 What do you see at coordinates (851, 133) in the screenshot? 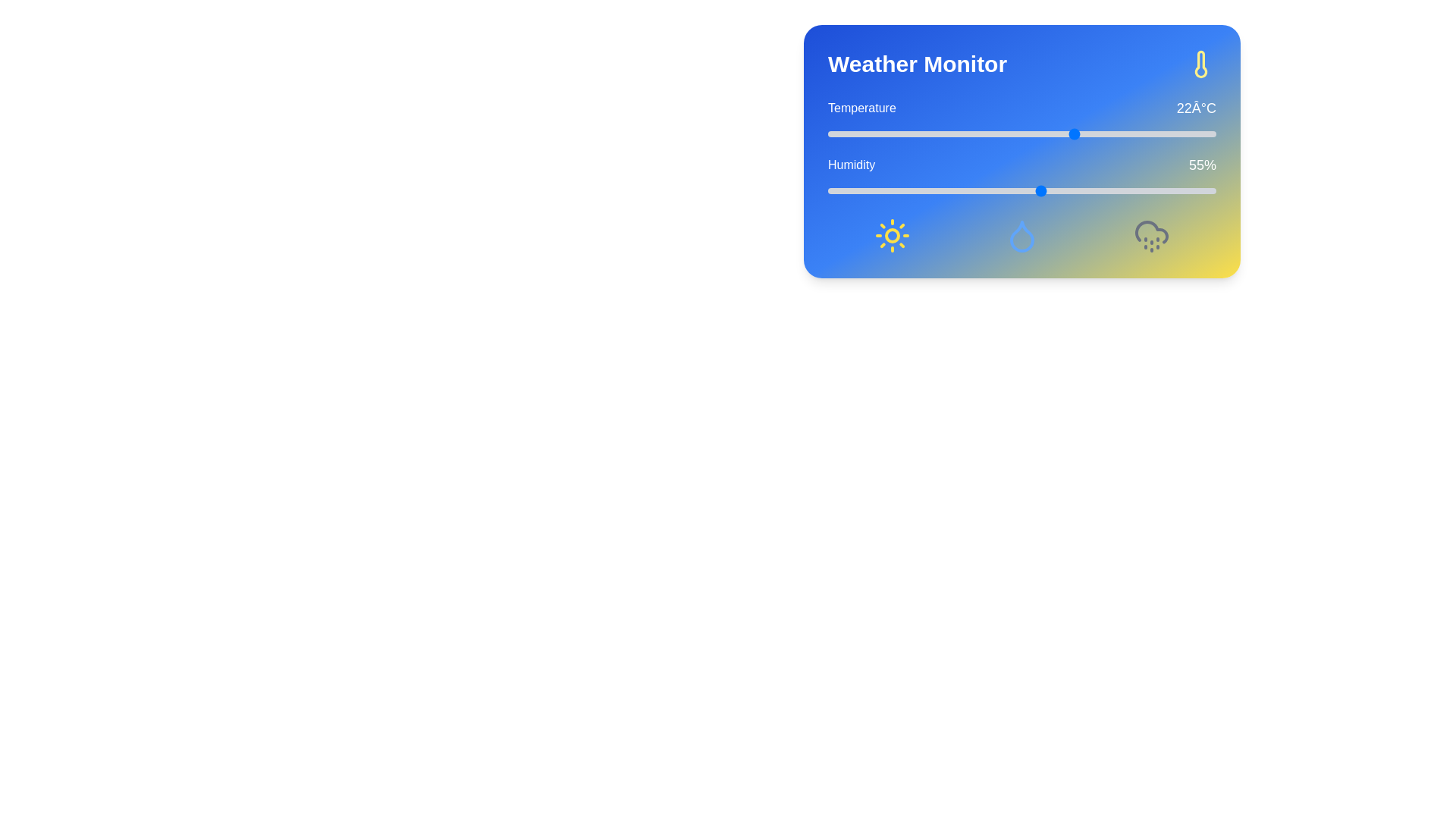
I see `the temperature slider to set the temperature to -7°C` at bounding box center [851, 133].